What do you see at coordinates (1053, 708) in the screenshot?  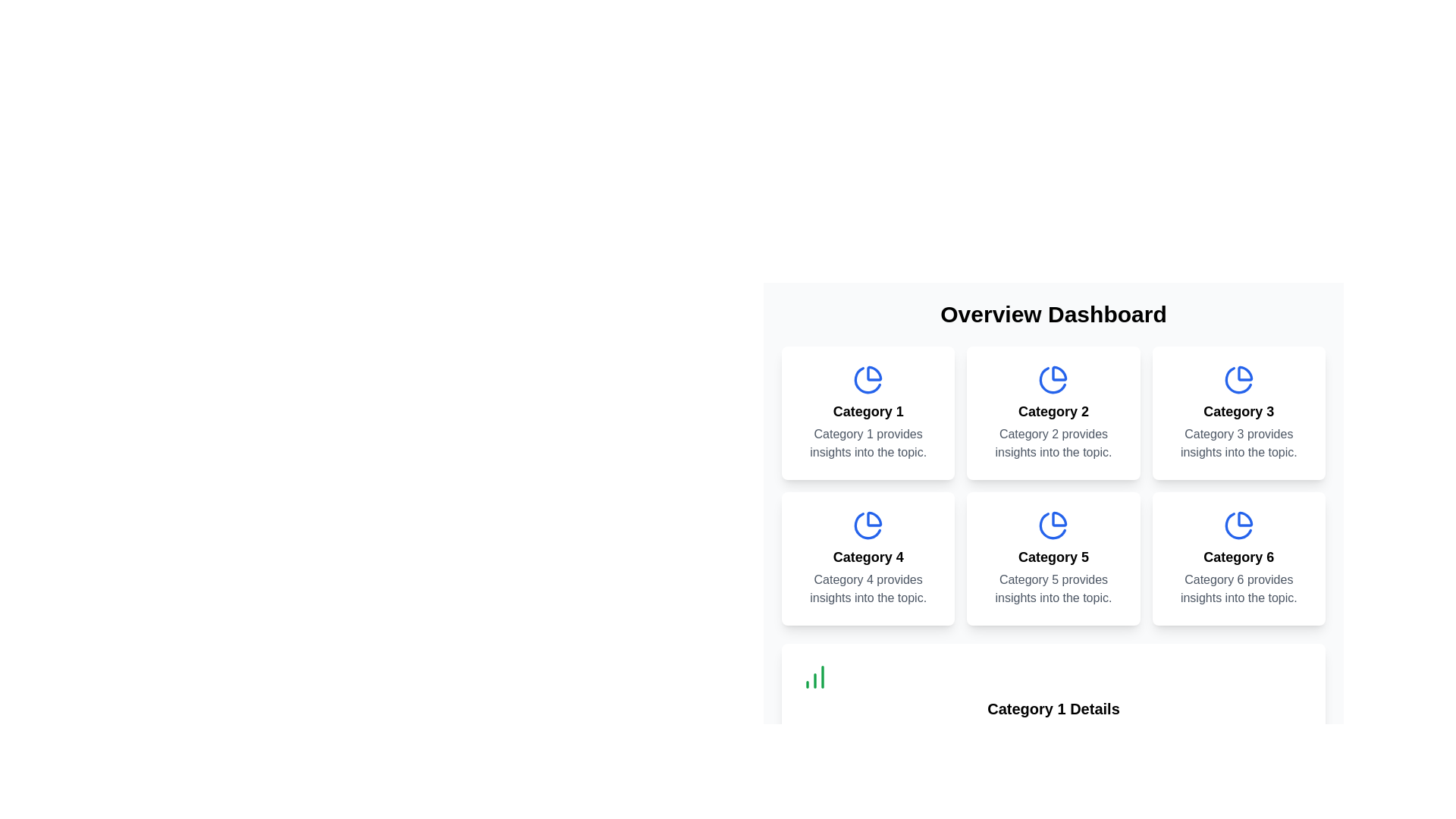 I see `text displayed in the text label, which states 'Category 1 Details', prominently shown in bold font style` at bounding box center [1053, 708].